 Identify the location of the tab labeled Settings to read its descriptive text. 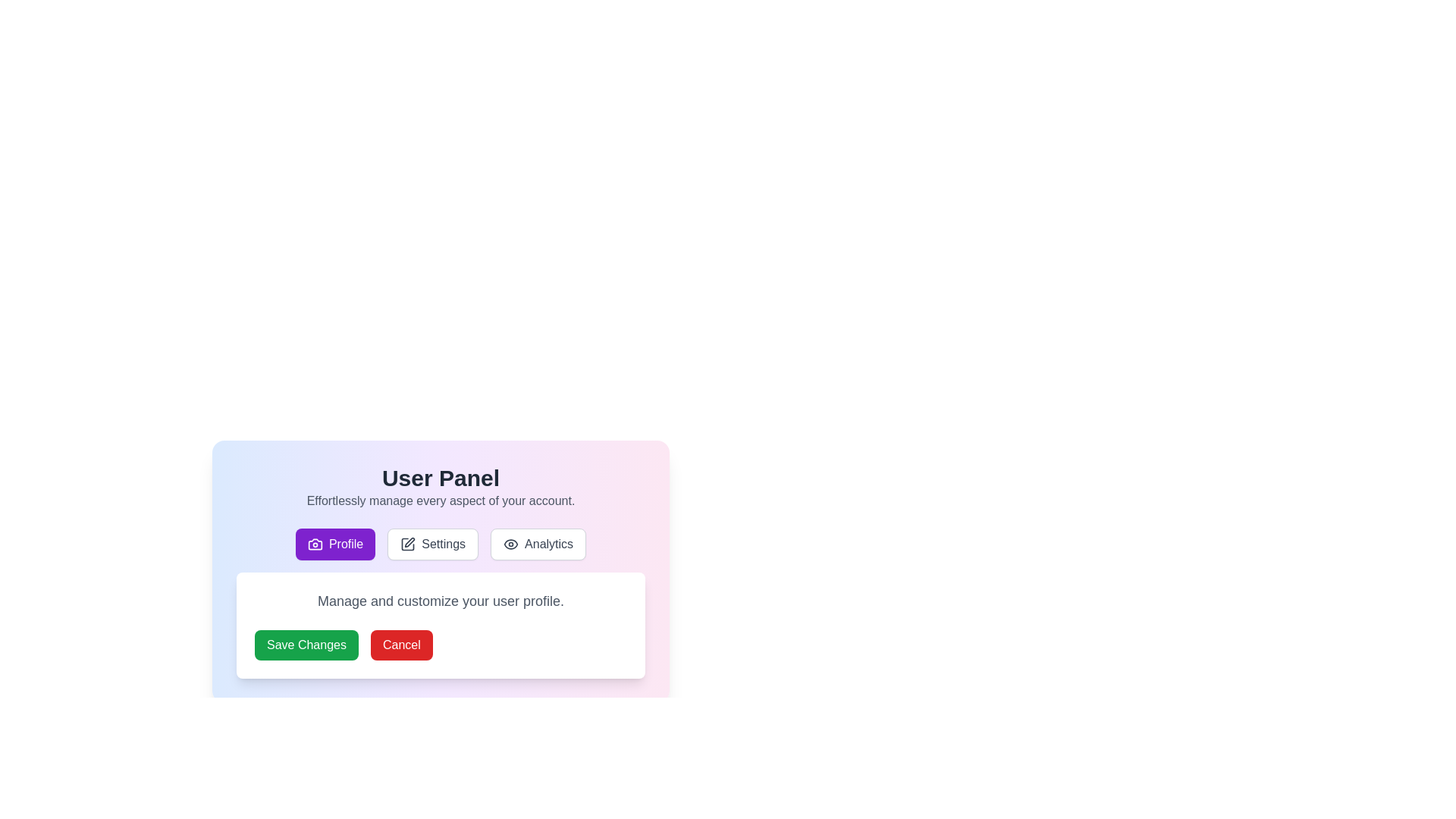
(432, 543).